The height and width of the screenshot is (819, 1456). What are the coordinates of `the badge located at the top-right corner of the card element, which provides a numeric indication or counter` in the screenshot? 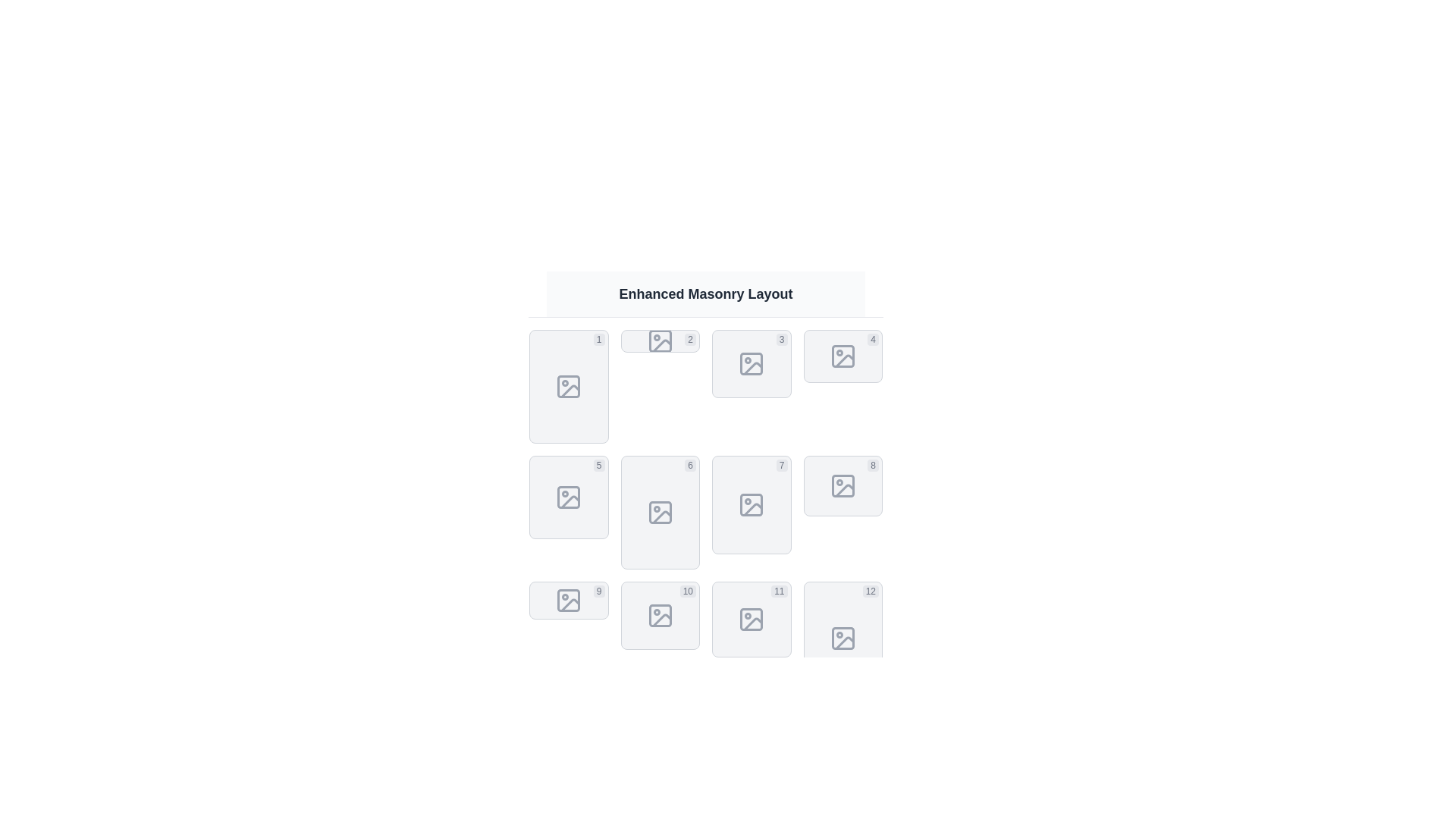 It's located at (598, 590).